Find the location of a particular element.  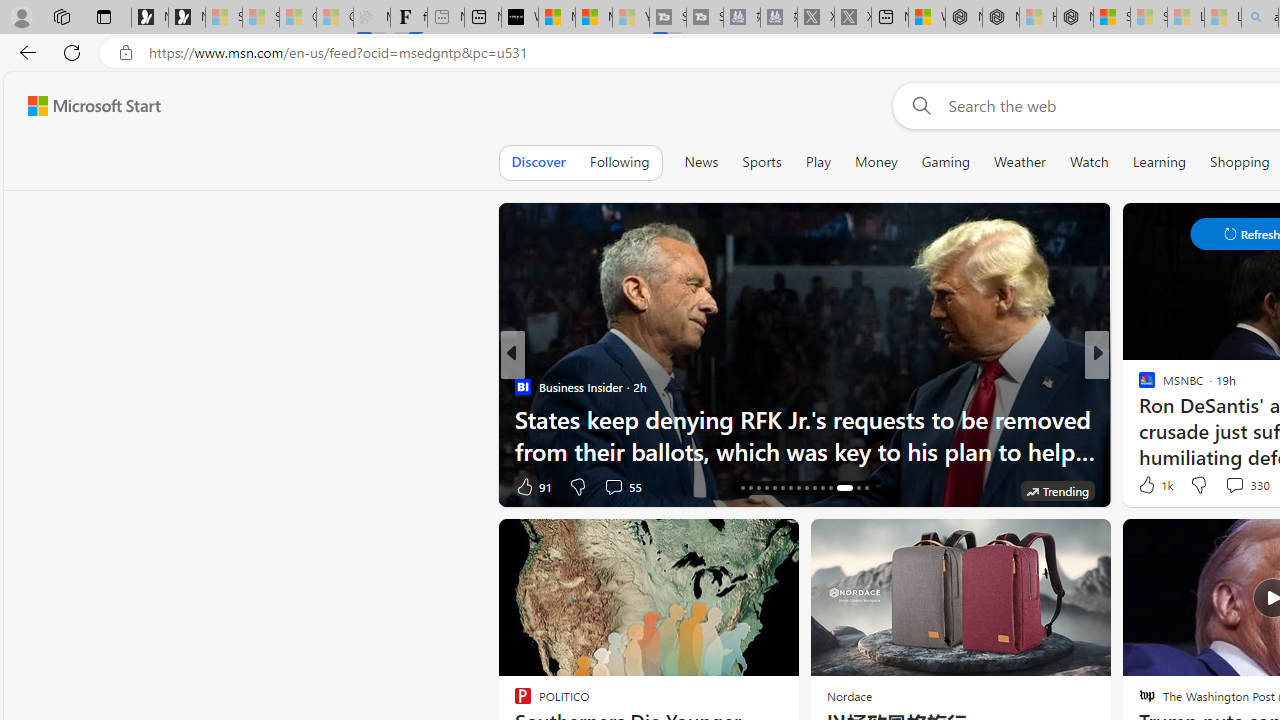

'AutomationID: tab-25' is located at coordinates (814, 488).